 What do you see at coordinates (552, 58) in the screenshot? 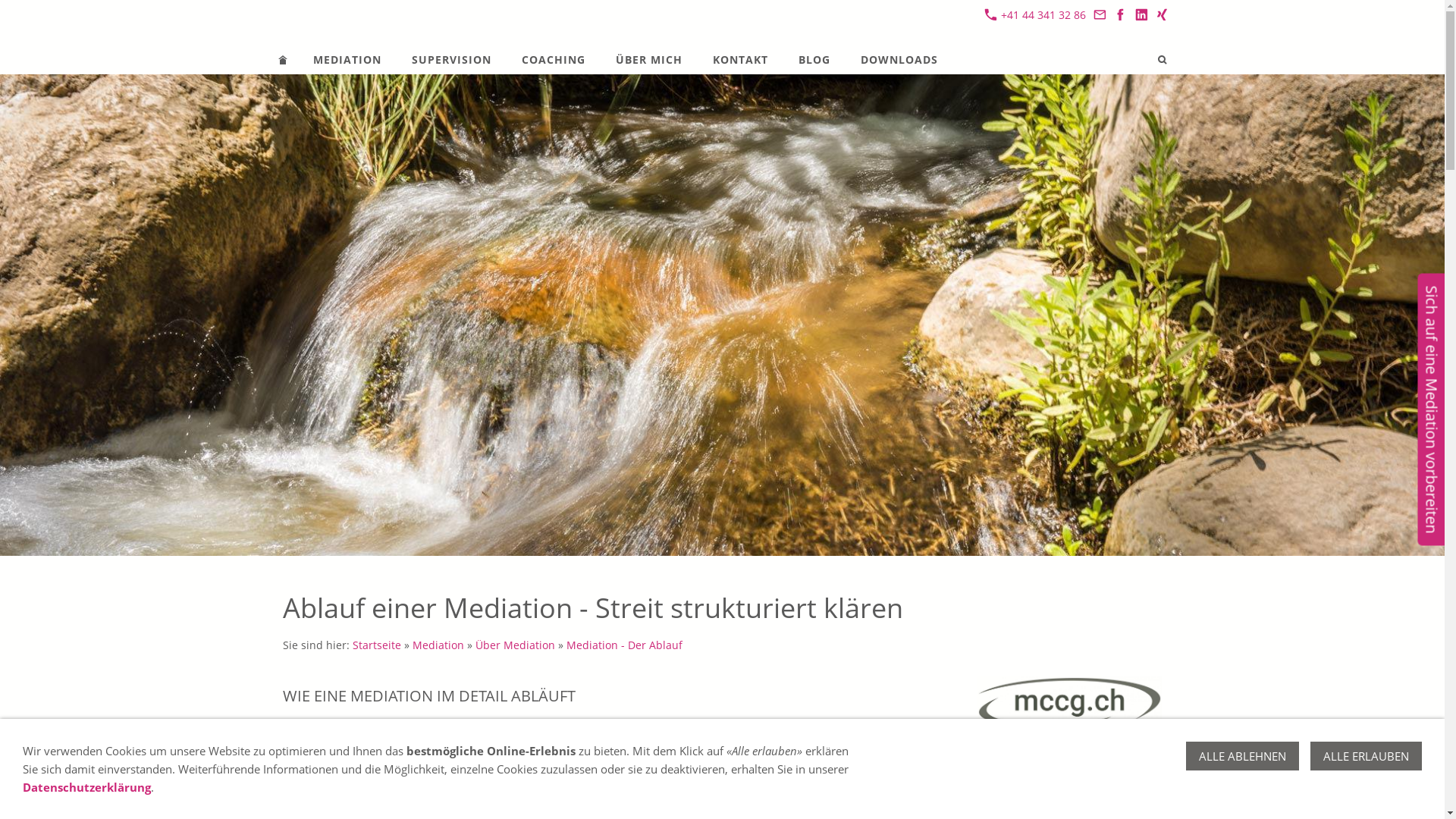
I see `'COACHING'` at bounding box center [552, 58].